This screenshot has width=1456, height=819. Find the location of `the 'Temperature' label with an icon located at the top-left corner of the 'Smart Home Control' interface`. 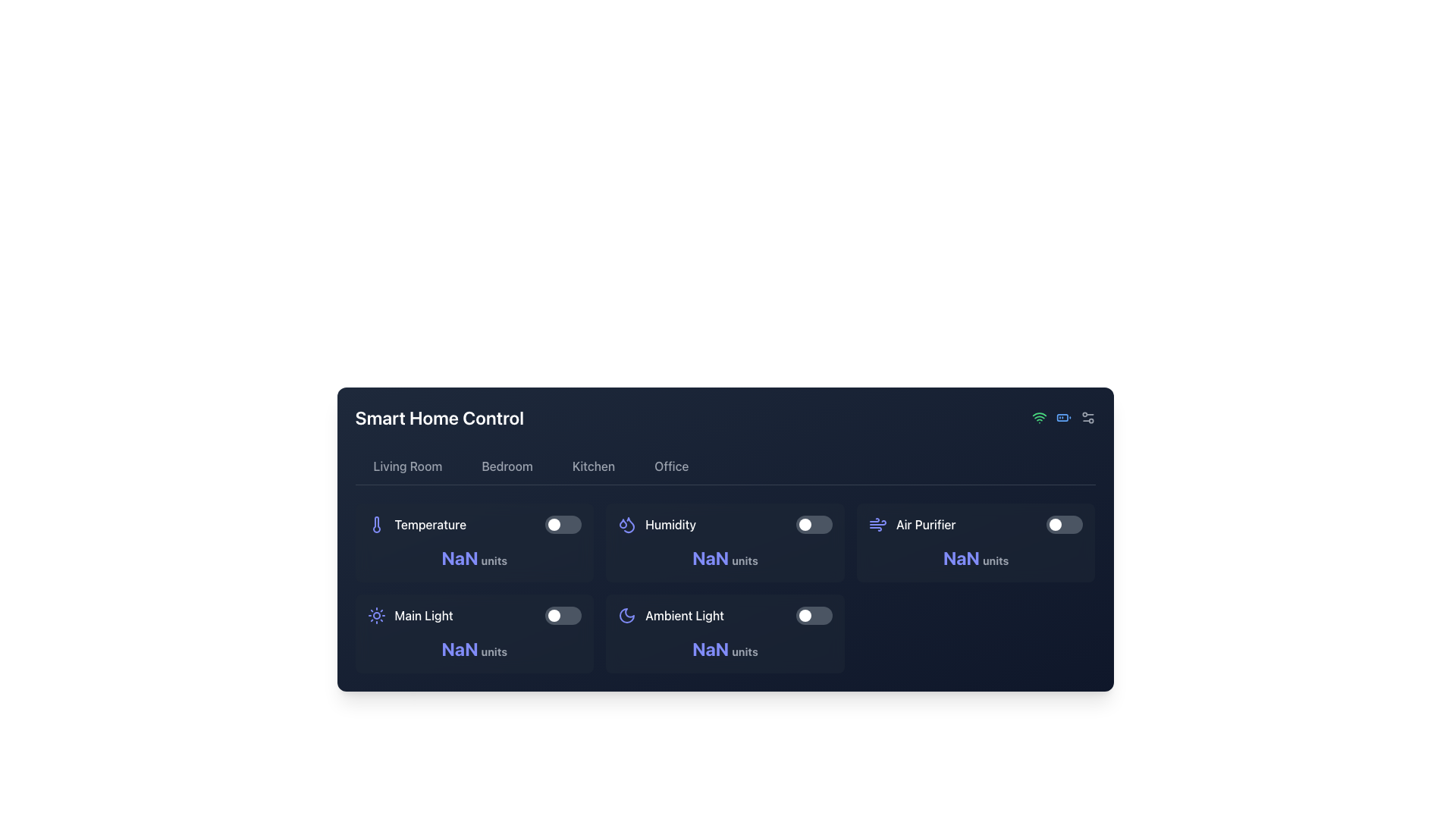

the 'Temperature' label with an icon located at the top-left corner of the 'Smart Home Control' interface is located at coordinates (416, 523).